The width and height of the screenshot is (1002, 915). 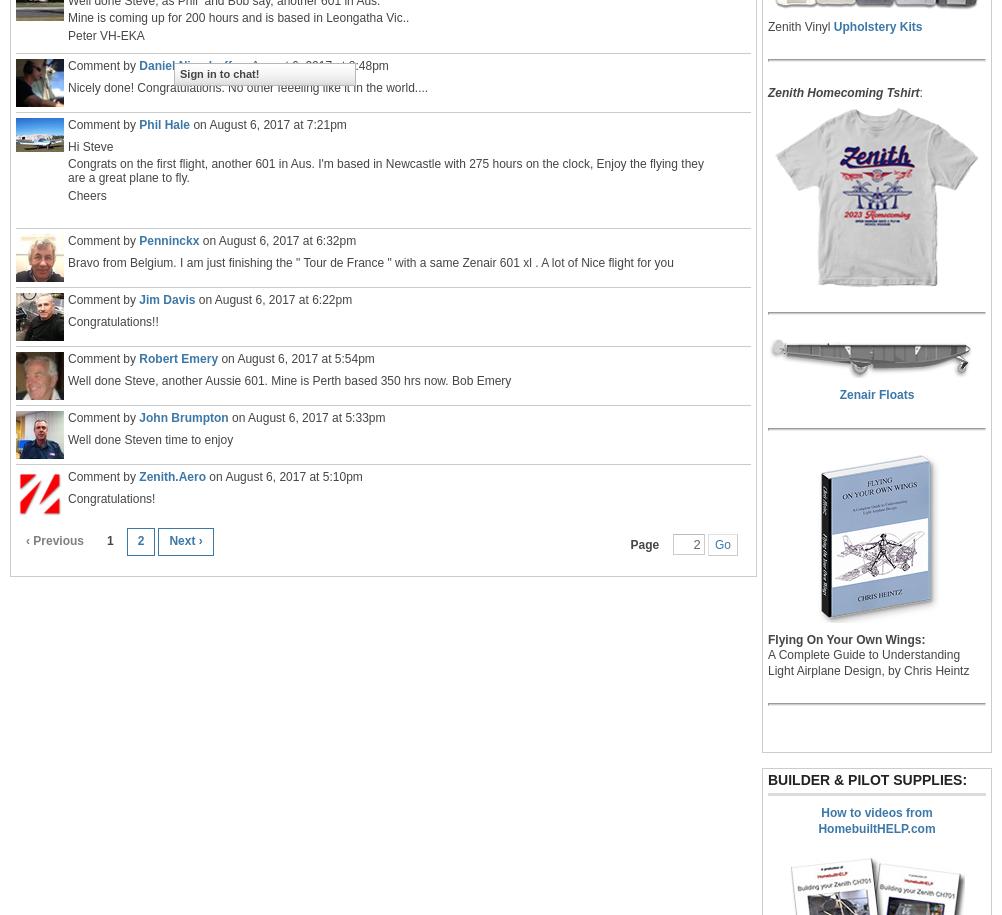 What do you see at coordinates (172, 475) in the screenshot?
I see `'Zenith.Aero'` at bounding box center [172, 475].